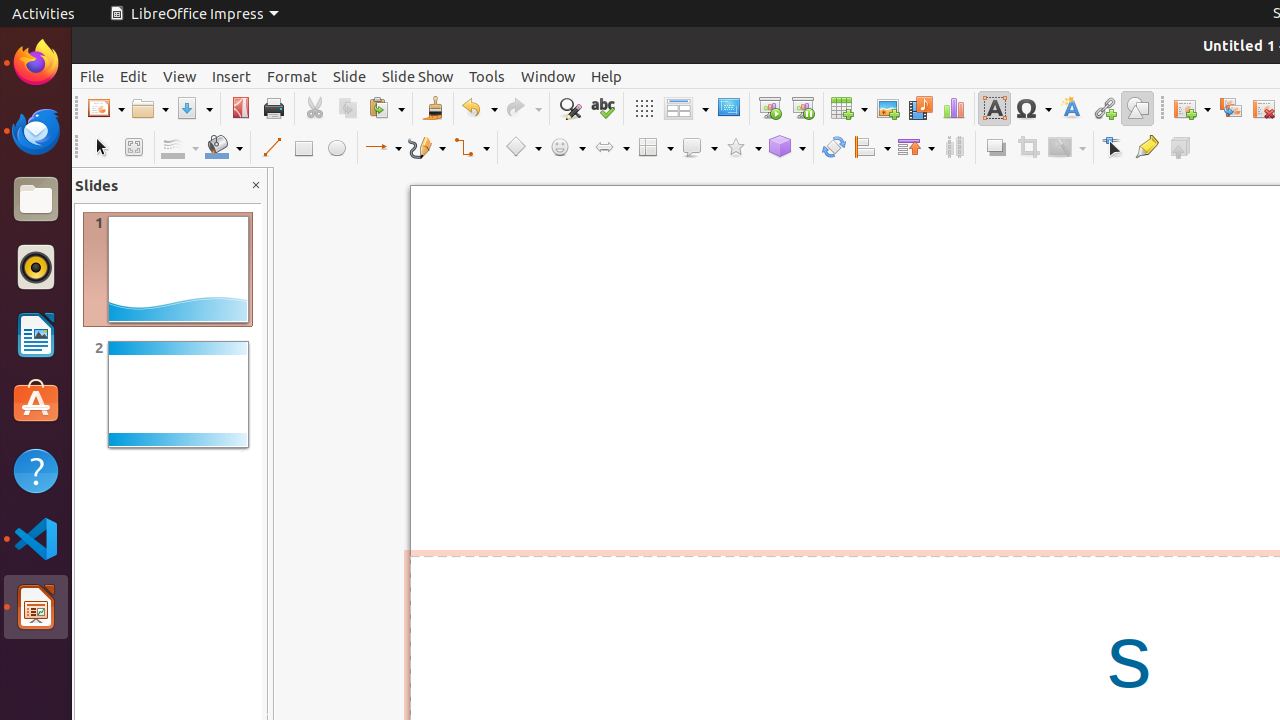 The image size is (1280, 720). What do you see at coordinates (35, 265) in the screenshot?
I see `'Rhythmbox'` at bounding box center [35, 265].